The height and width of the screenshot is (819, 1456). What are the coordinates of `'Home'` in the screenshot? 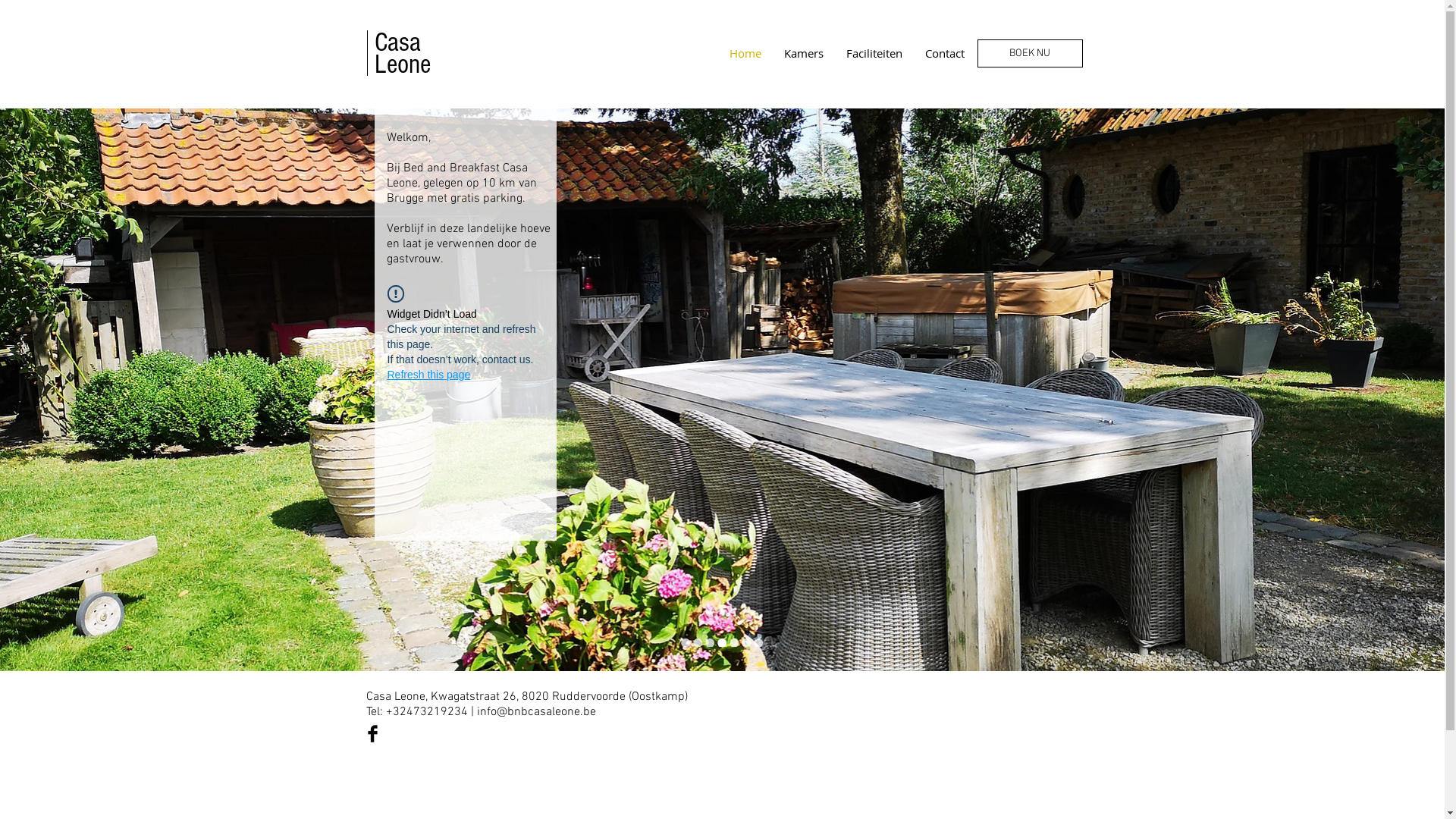 It's located at (745, 52).